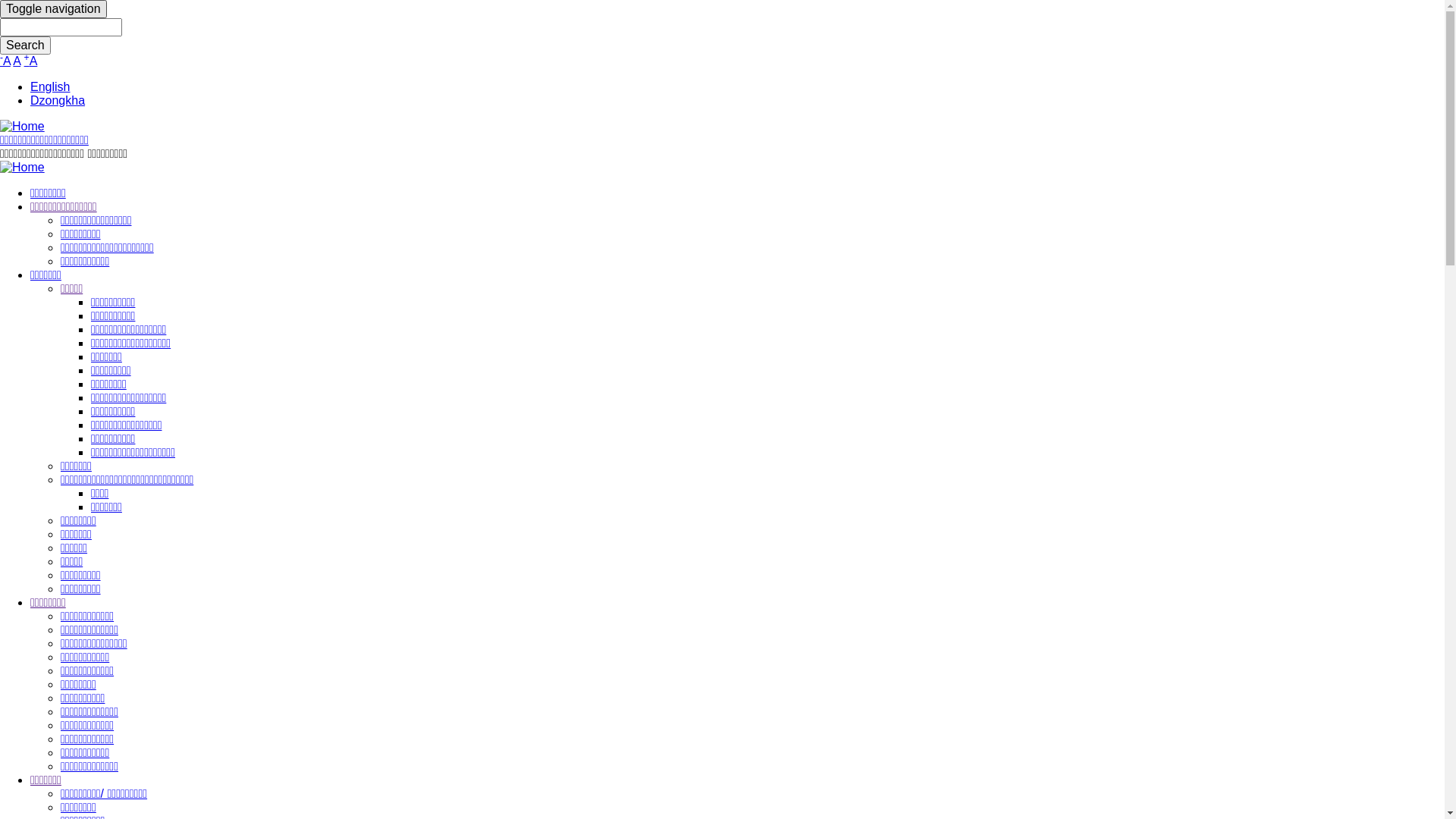  I want to click on 'English', so click(50, 86).